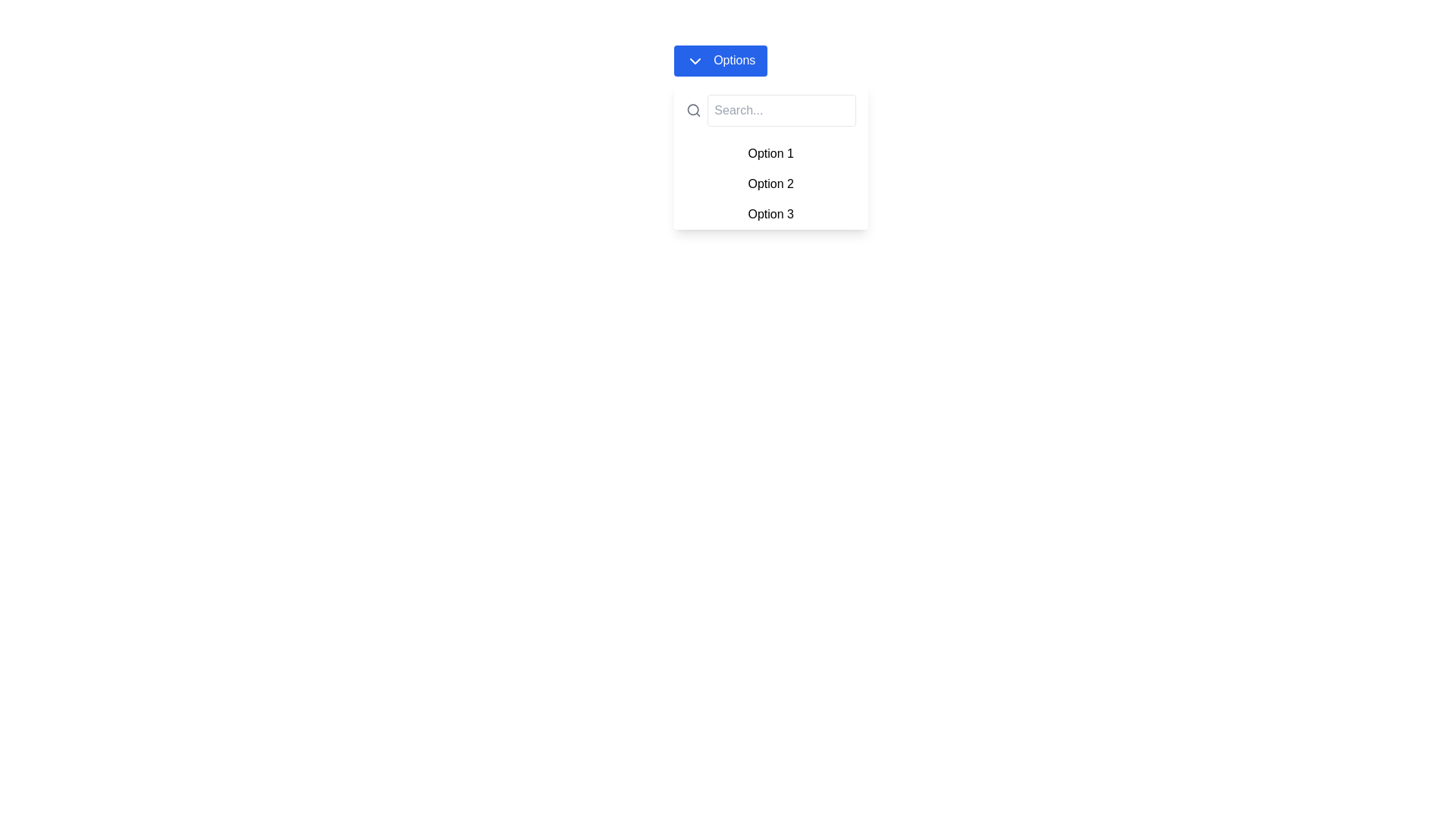 Image resolution: width=1456 pixels, height=819 pixels. I want to click on the dropdown menu options list, which contains three text options: 'Option 1', 'Option 2', and 'Option 3' styled with padding and hover effects, located within a white rounded-corner dropdown menu below a search bar and an 'Options' button, so click(770, 183).